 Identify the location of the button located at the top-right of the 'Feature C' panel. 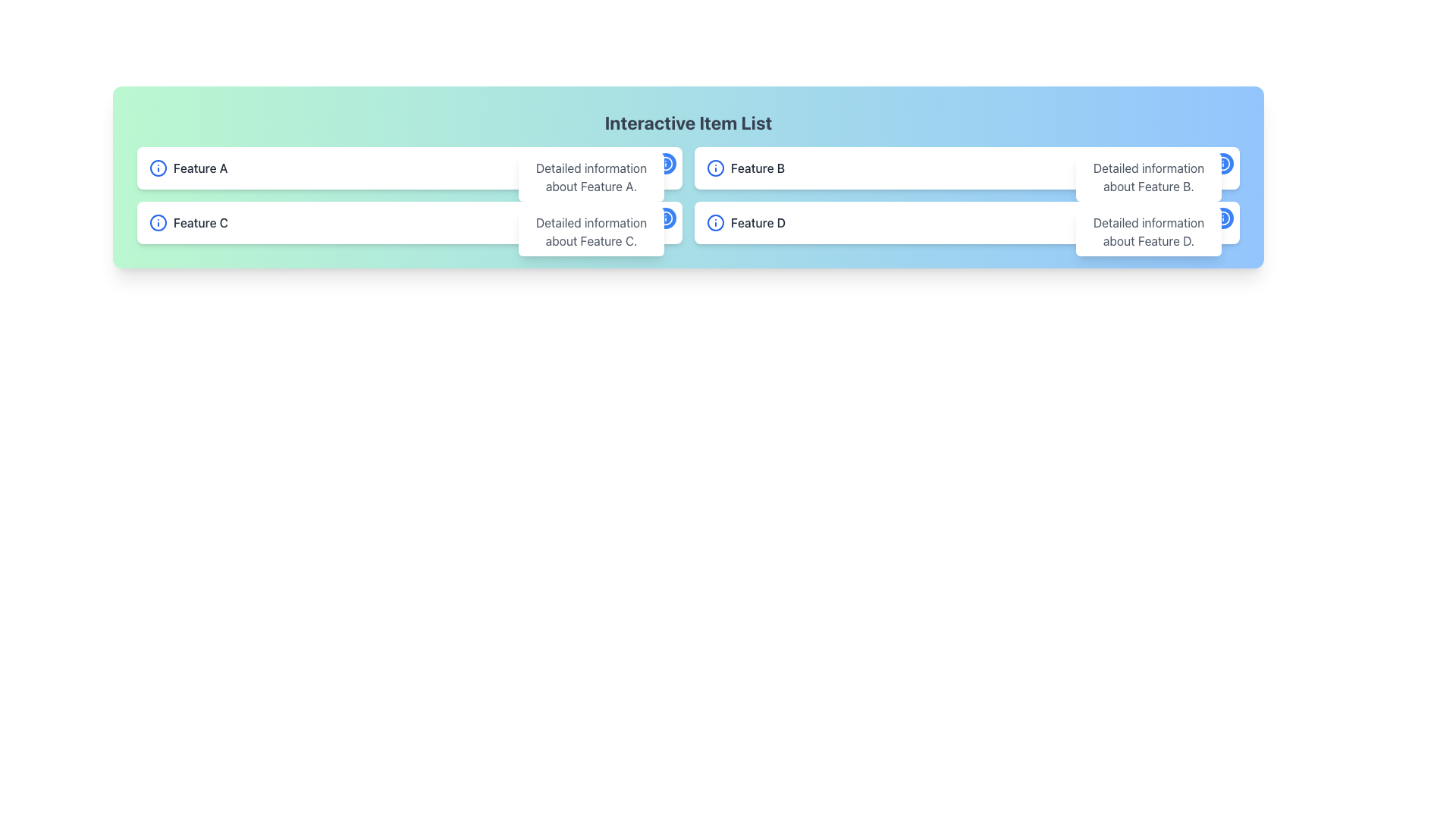
(666, 218).